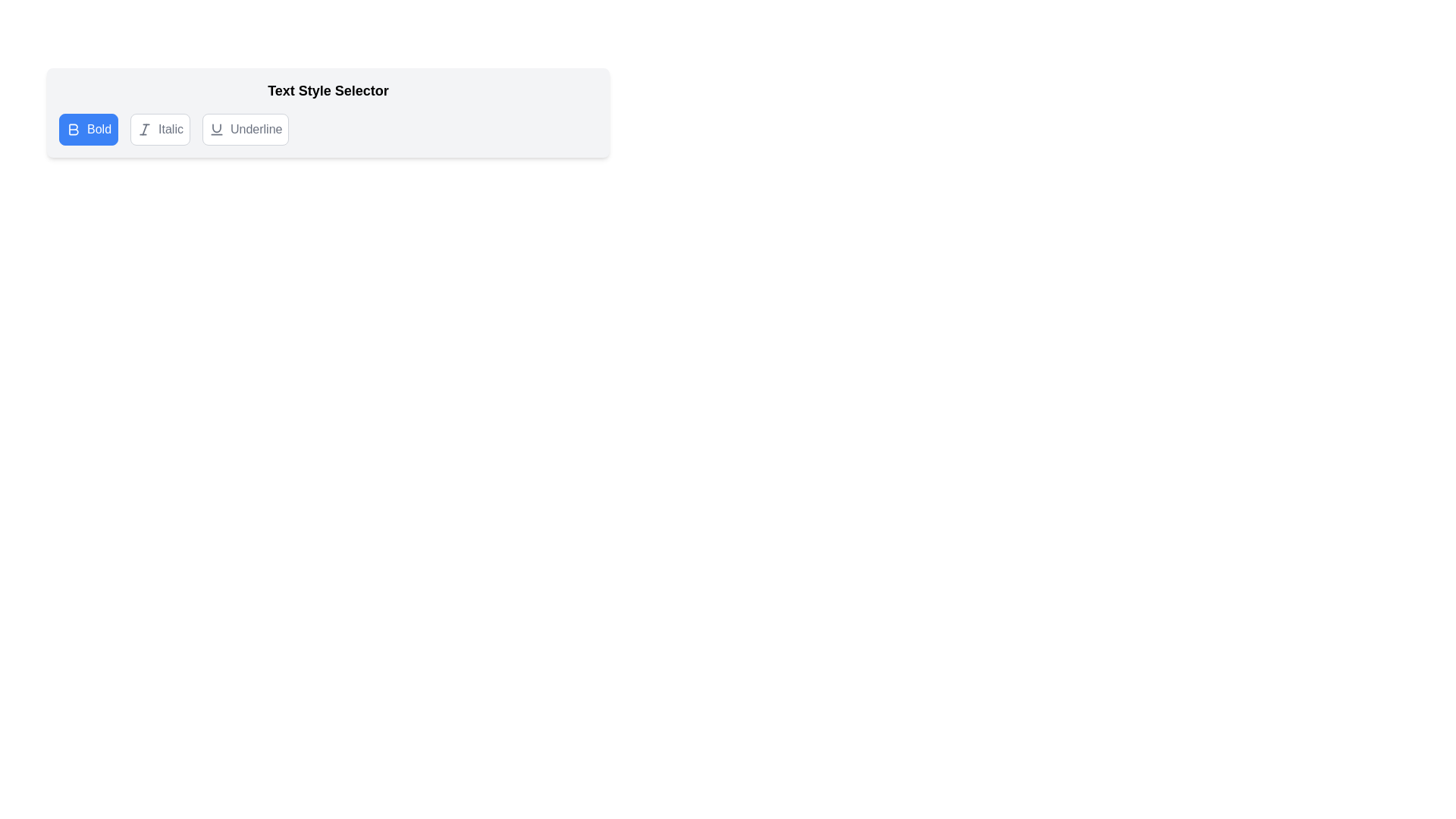 The image size is (1456, 819). I want to click on the text label indicating the bold formatting option for text, so click(98, 128).